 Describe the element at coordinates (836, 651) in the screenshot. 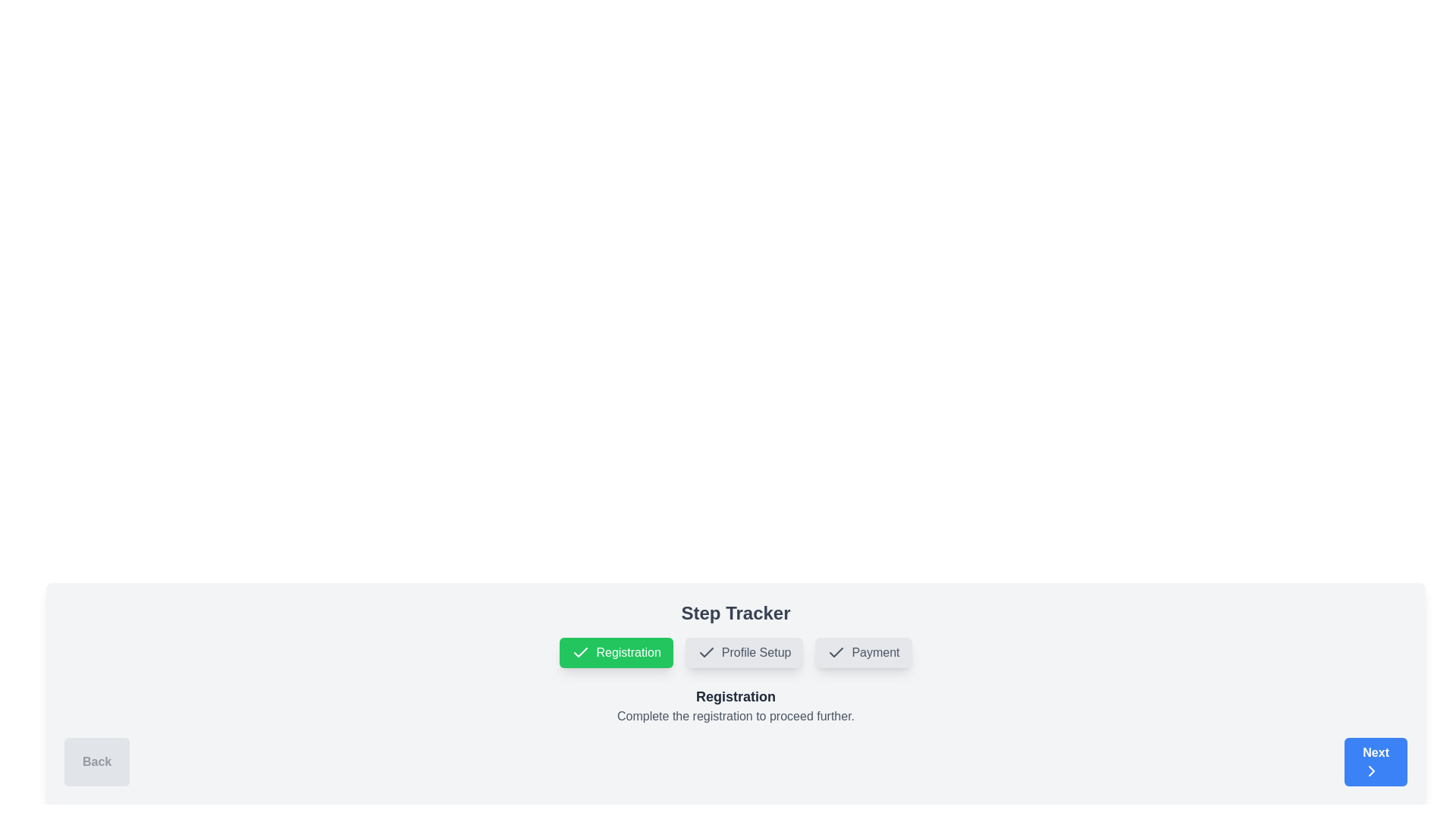

I see `the checkmark icon within the 'Registration' box under the 'Step Tracker' heading` at that location.